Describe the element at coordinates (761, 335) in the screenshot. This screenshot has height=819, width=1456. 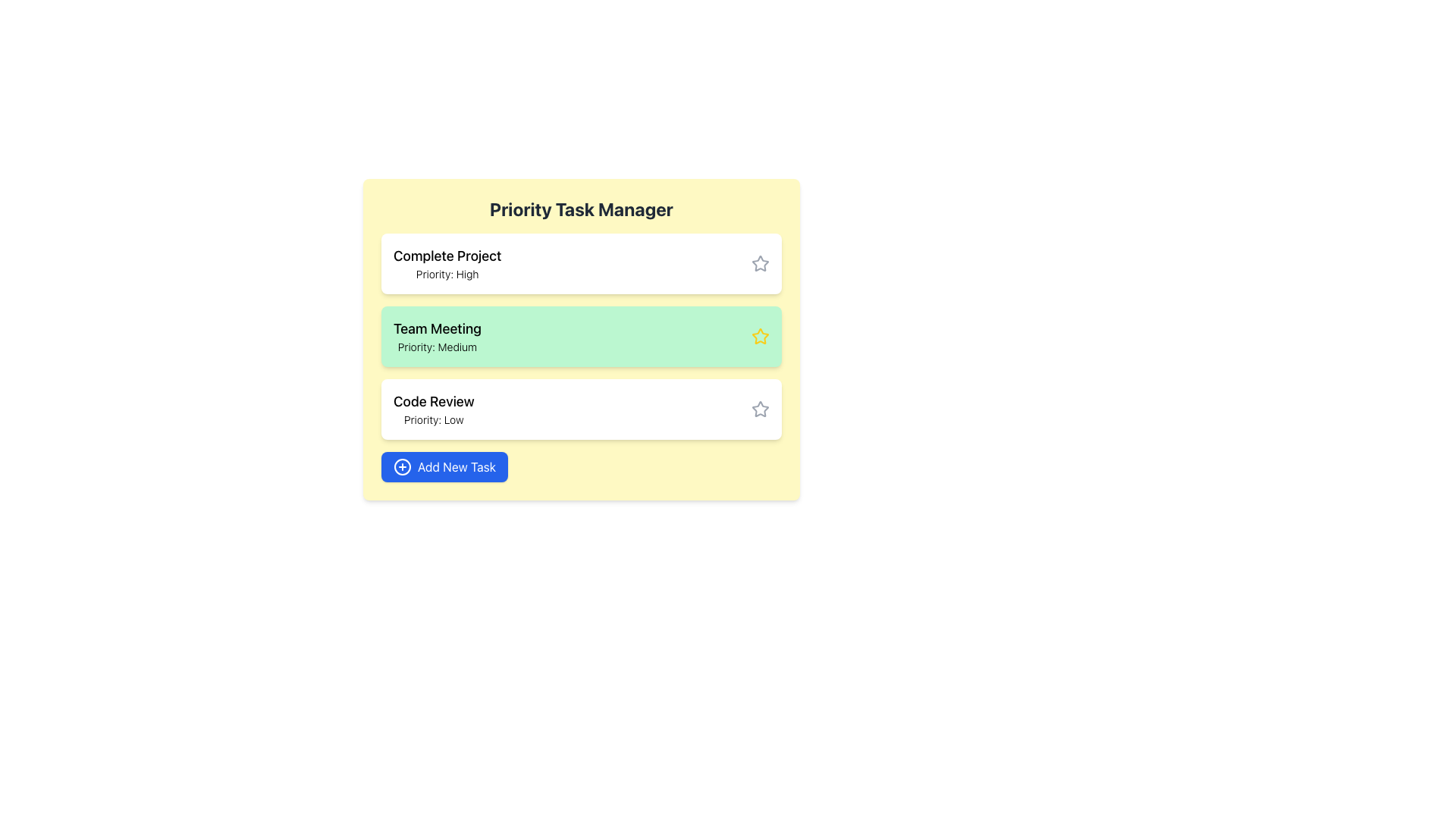
I see `the yellow star-shaped icon with a hollow center located to the right of 'Team Meeting' and 'Priority: Medium' in the task management interface` at that location.